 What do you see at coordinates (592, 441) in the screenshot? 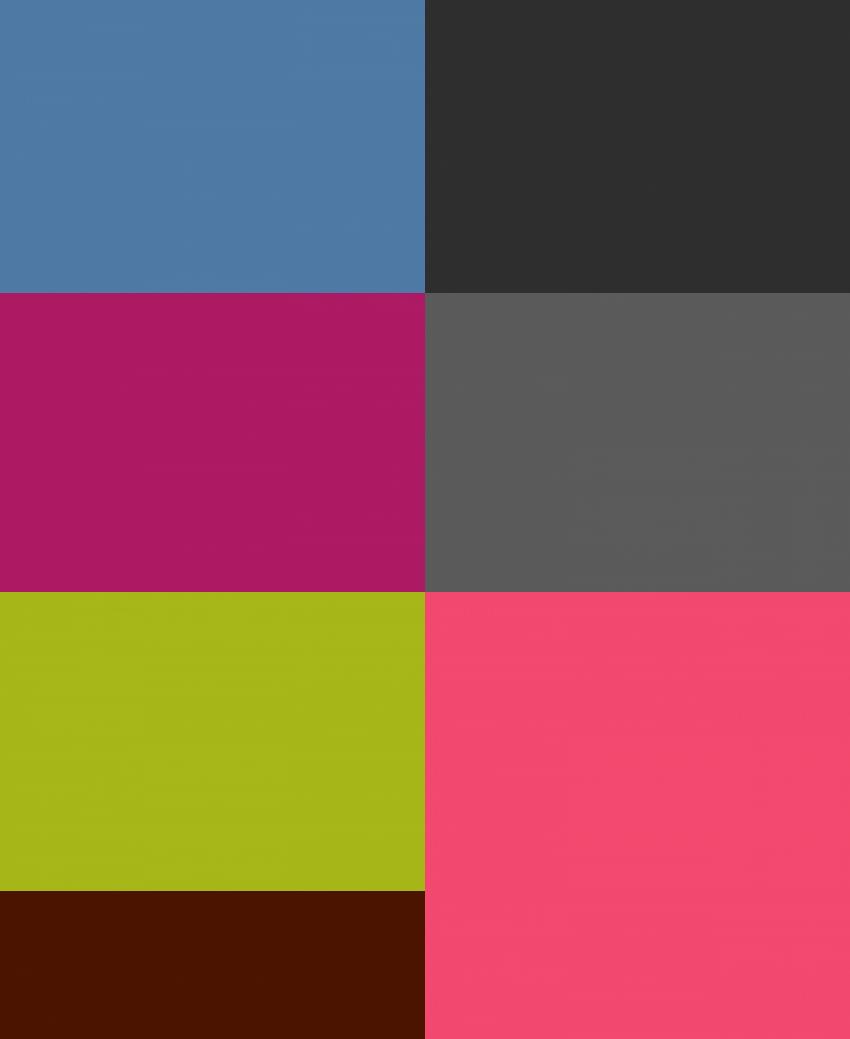
I see `'Case Study 4'` at bounding box center [592, 441].